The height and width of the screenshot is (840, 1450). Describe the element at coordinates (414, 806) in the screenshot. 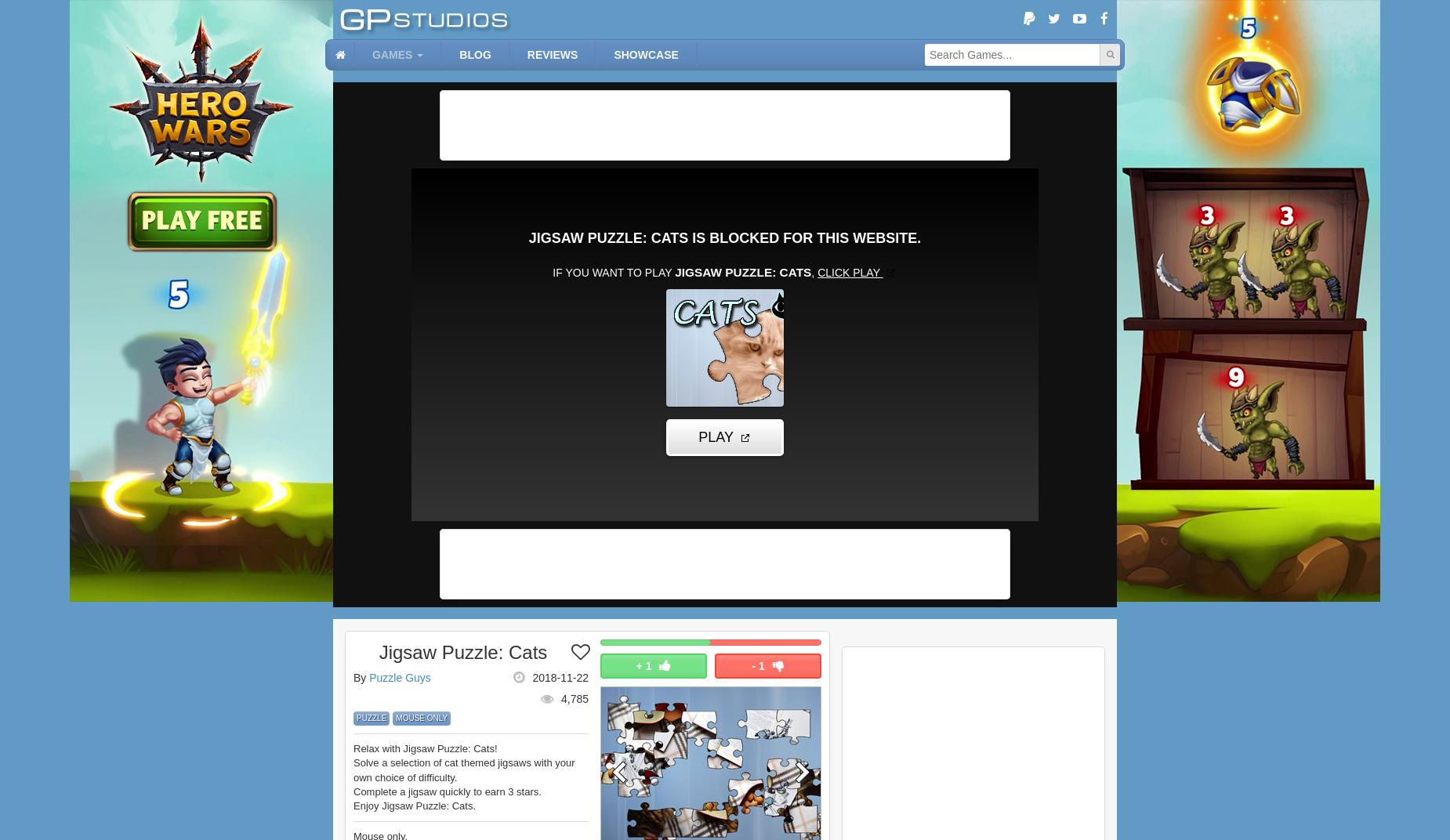

I see `'Enjoy Jigsaw Puzzle: Cats.'` at that location.